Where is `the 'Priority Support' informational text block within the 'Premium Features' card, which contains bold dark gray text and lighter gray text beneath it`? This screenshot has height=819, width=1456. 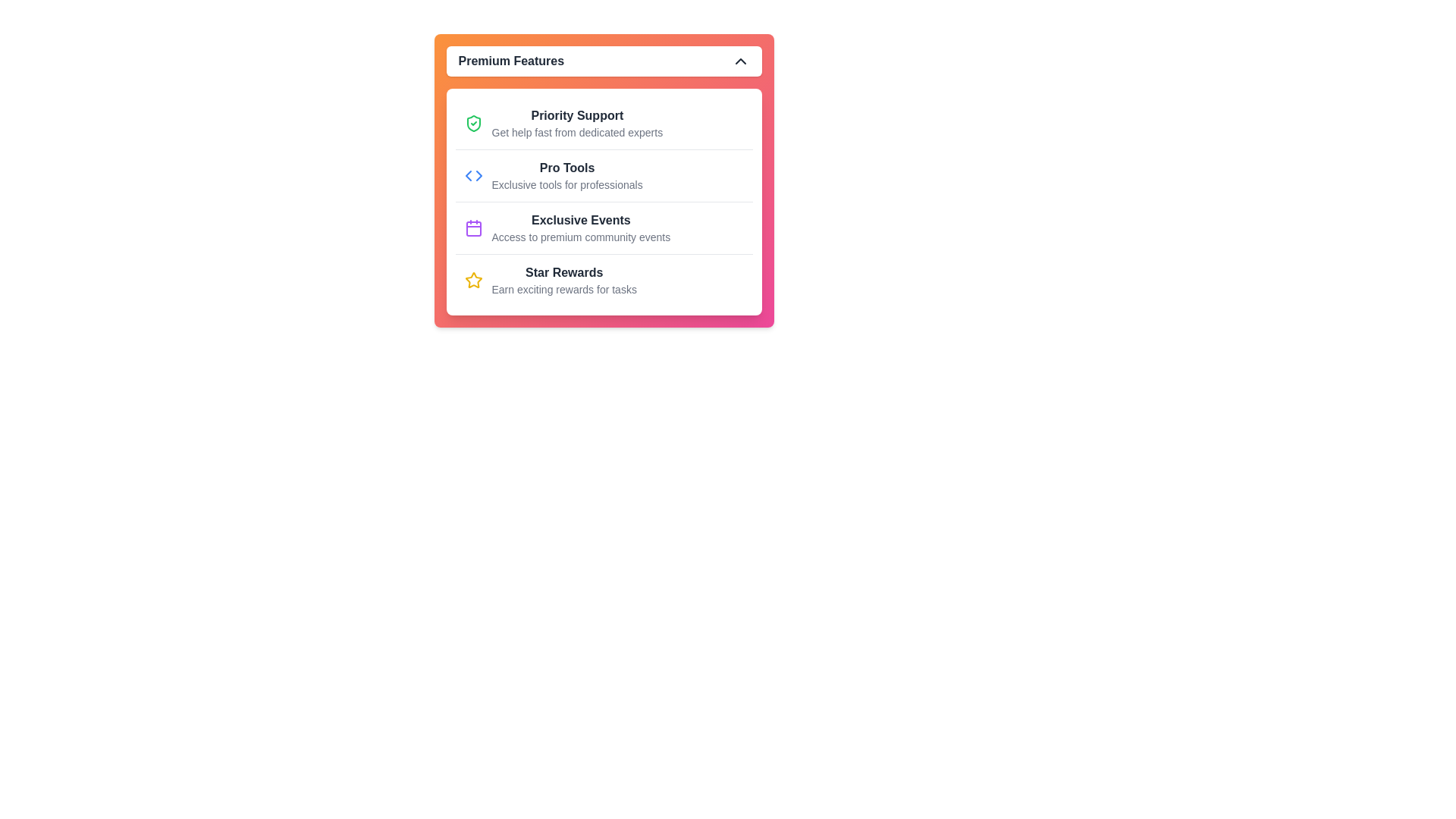
the 'Priority Support' informational text block within the 'Premium Features' card, which contains bold dark gray text and lighter gray text beneath it is located at coordinates (576, 122).